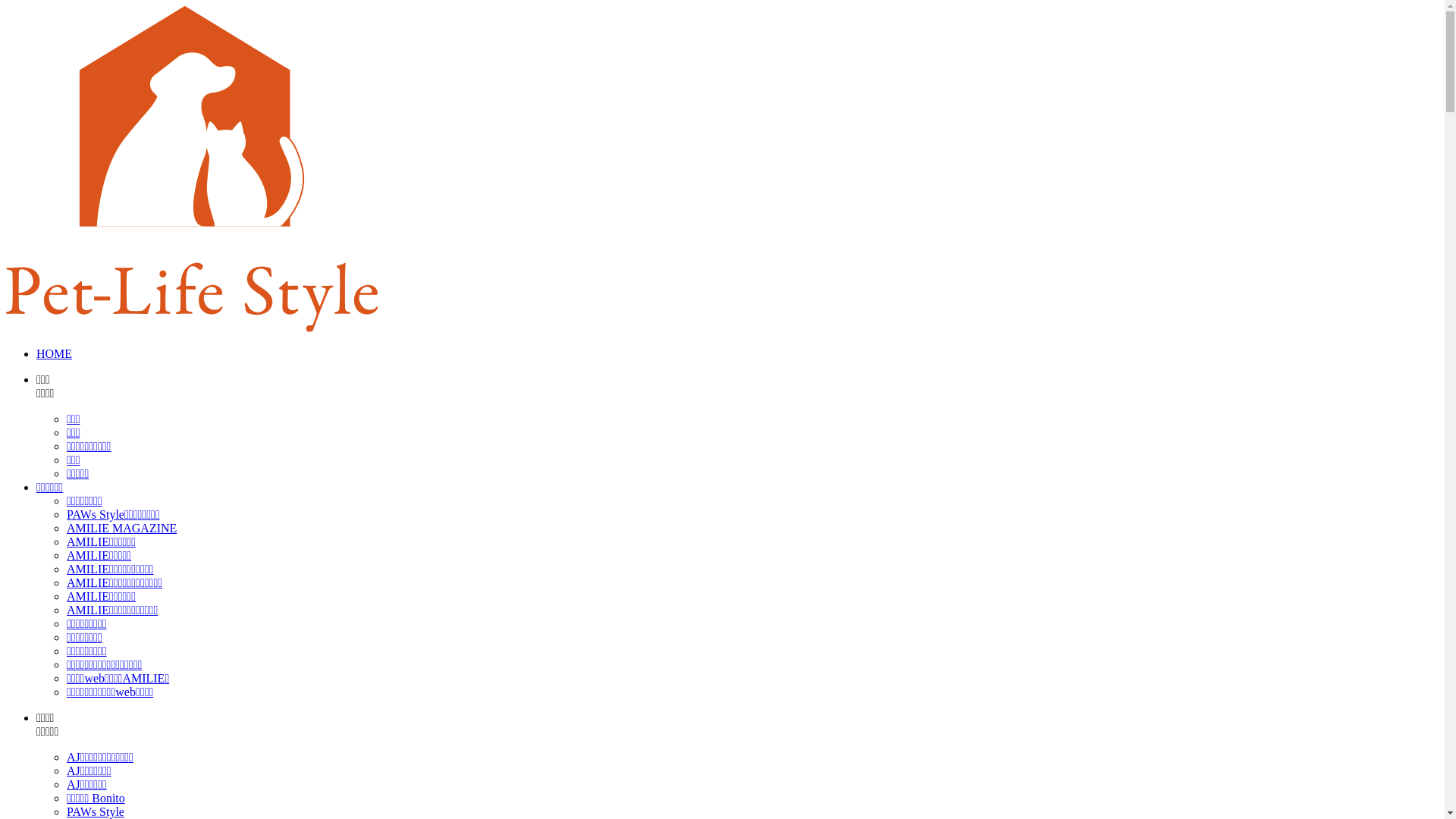 This screenshot has height=819, width=1456. I want to click on 'AMILIE MAGAZINE', so click(121, 527).